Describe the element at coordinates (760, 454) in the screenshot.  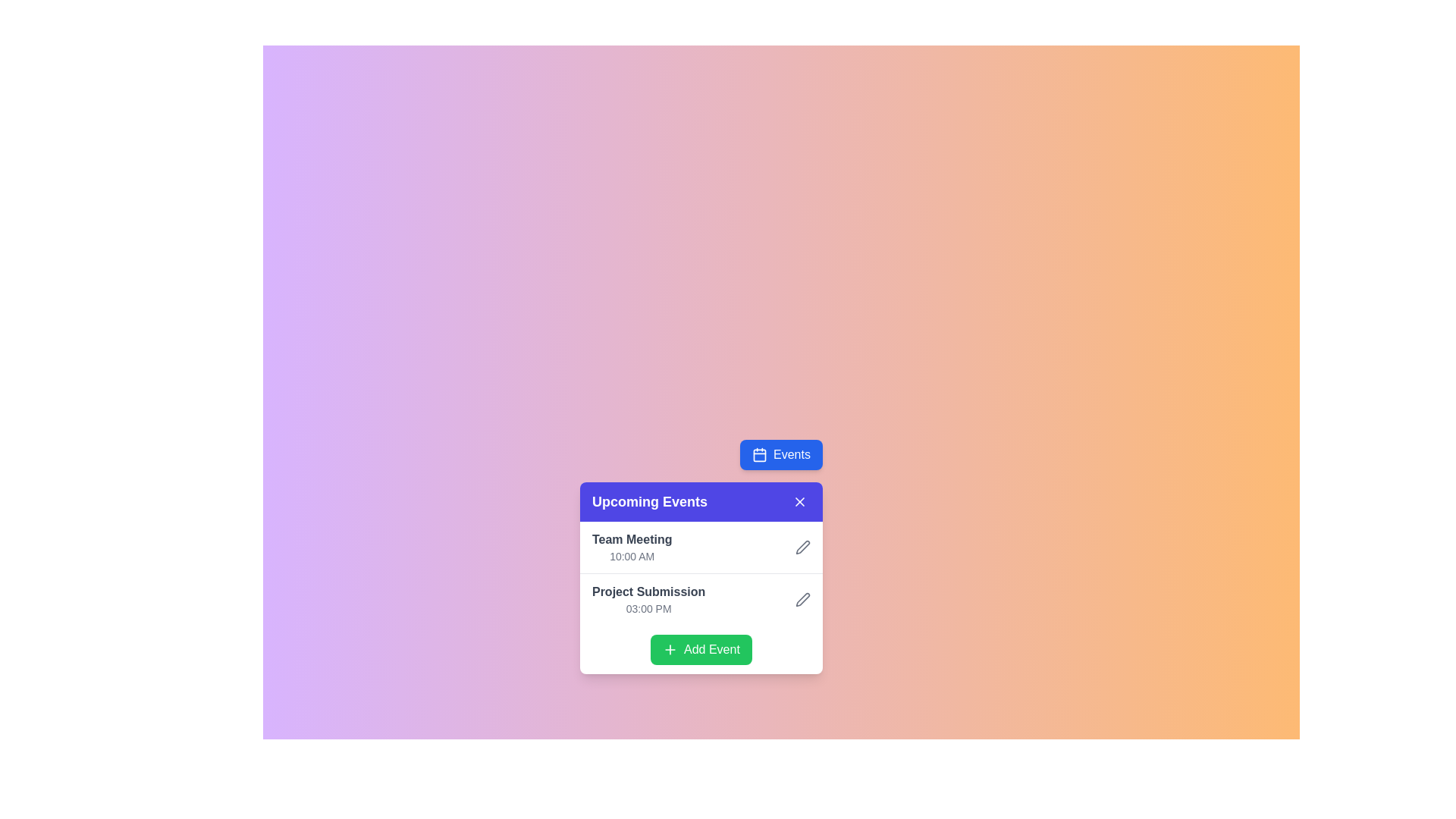
I see `the solid blue square with rounded corners located inside the calendar icon, which is part of the Decorative UI component` at that location.